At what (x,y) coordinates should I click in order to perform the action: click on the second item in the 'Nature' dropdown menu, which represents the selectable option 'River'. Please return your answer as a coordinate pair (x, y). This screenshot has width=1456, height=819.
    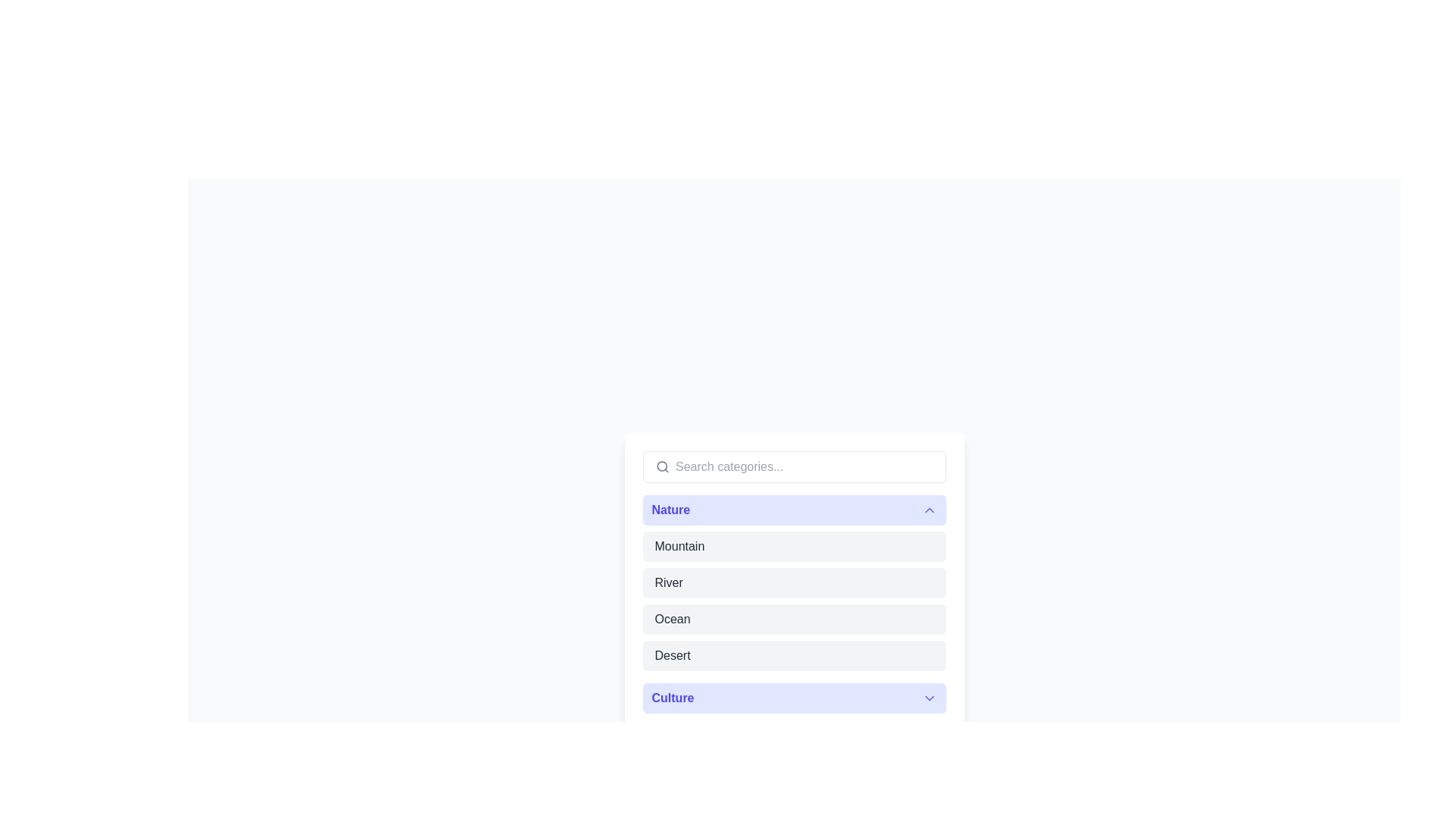
    Looking at the image, I should click on (793, 582).